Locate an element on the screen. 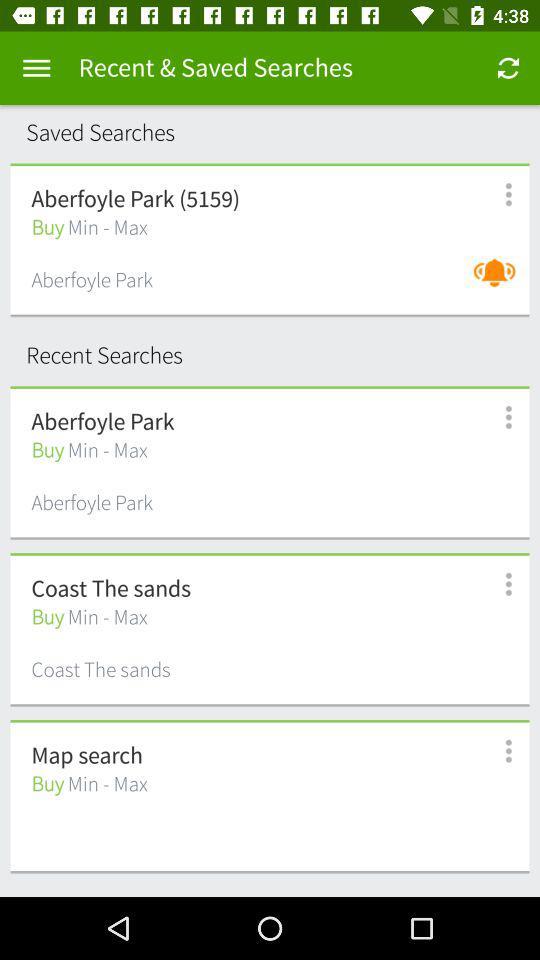 The width and height of the screenshot is (540, 960). the notification button is located at coordinates (498, 282).